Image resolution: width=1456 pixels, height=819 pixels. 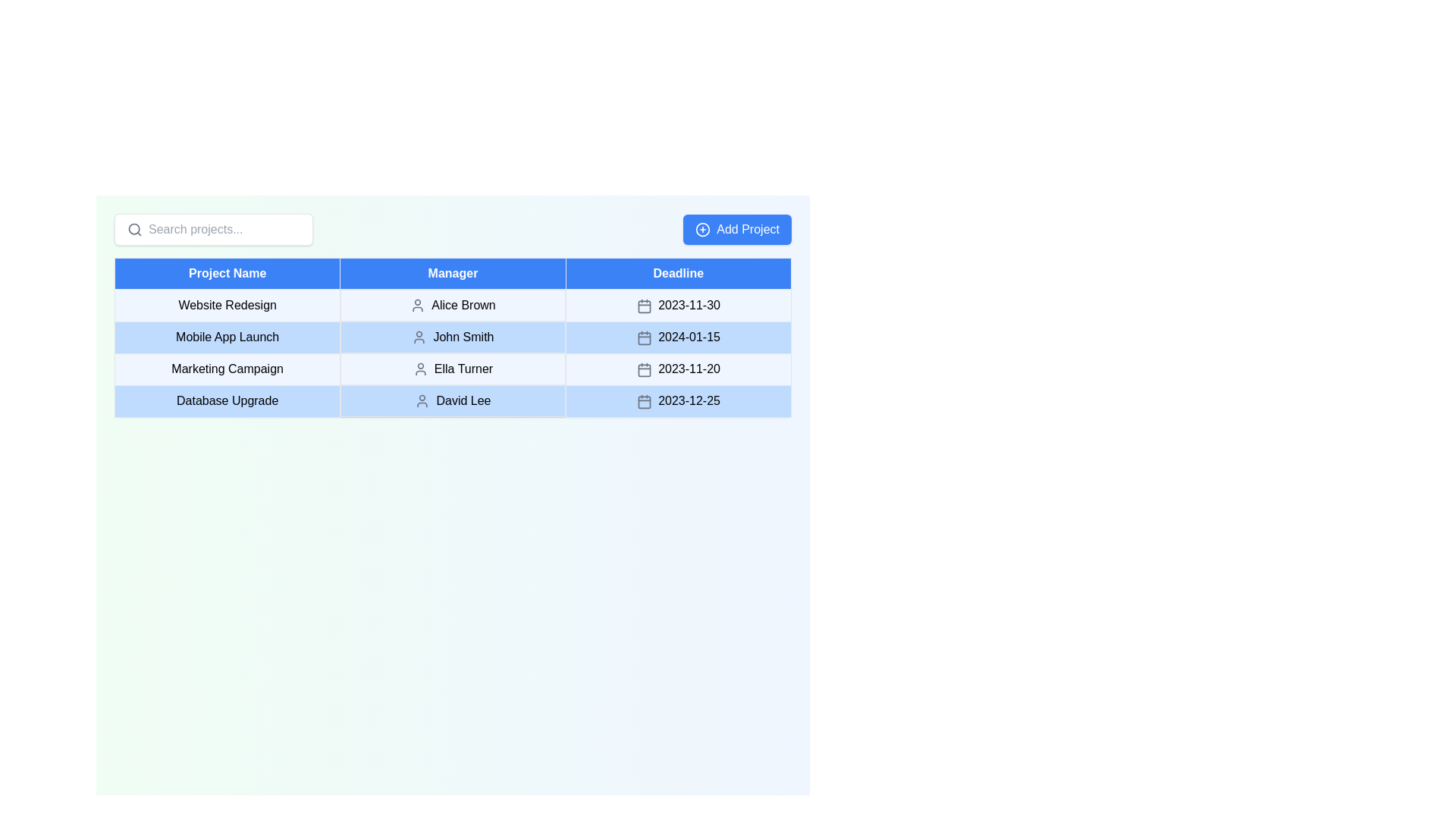 I want to click on the text block displaying 'Website Redesign' located in the first column of the second row under the 'Project Name' header, so click(x=227, y=305).